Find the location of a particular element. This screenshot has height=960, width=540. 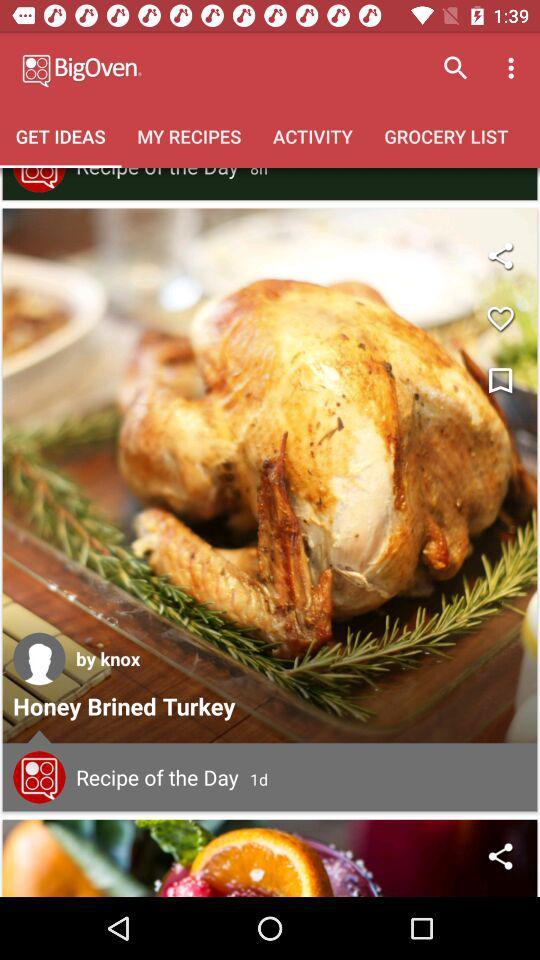

share recipe is located at coordinates (499, 855).